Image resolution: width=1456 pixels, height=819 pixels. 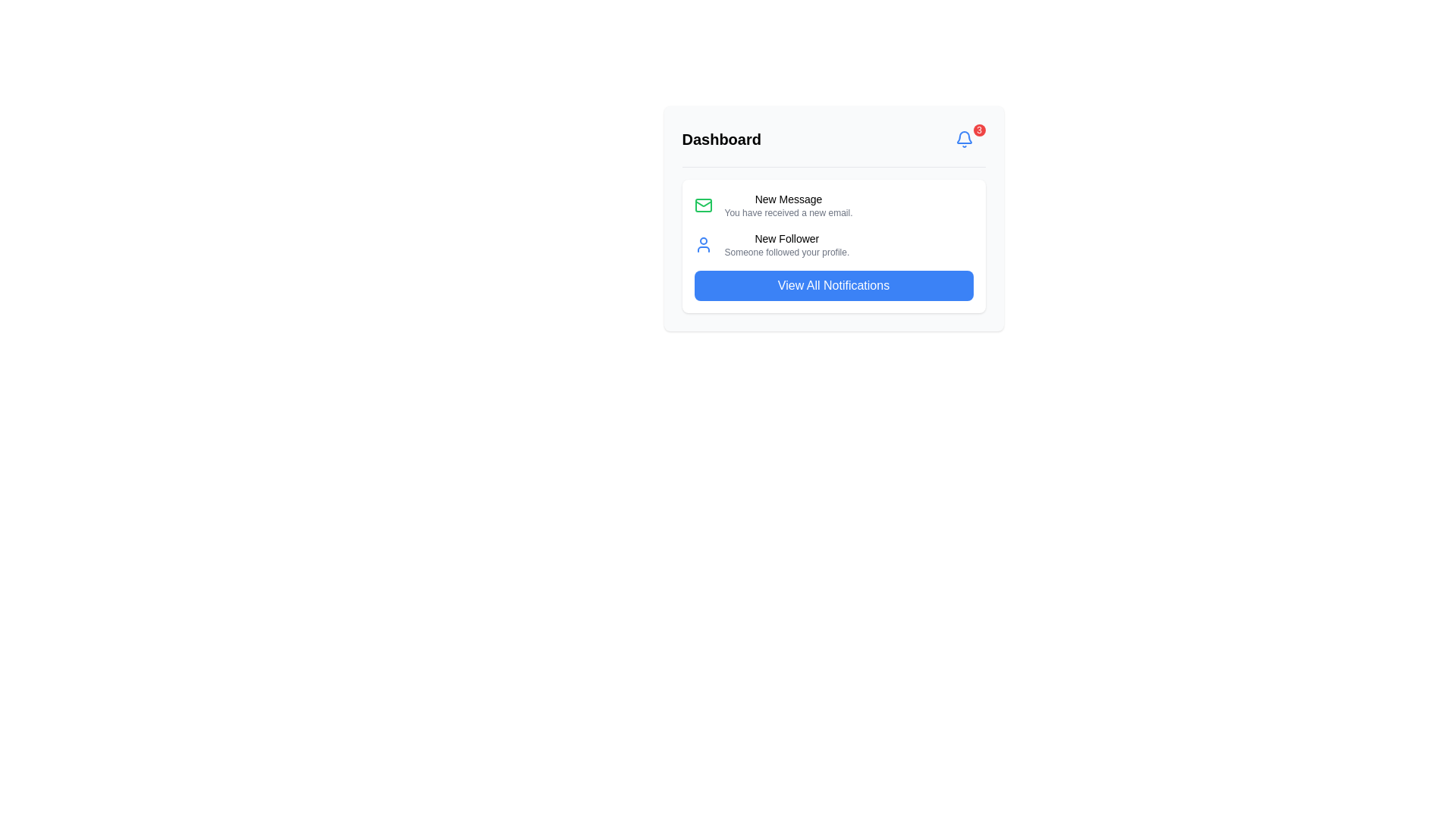 What do you see at coordinates (789, 213) in the screenshot?
I see `the text element stating 'You have received a new email.' which is located in the notification card under the heading 'New Message'` at bounding box center [789, 213].